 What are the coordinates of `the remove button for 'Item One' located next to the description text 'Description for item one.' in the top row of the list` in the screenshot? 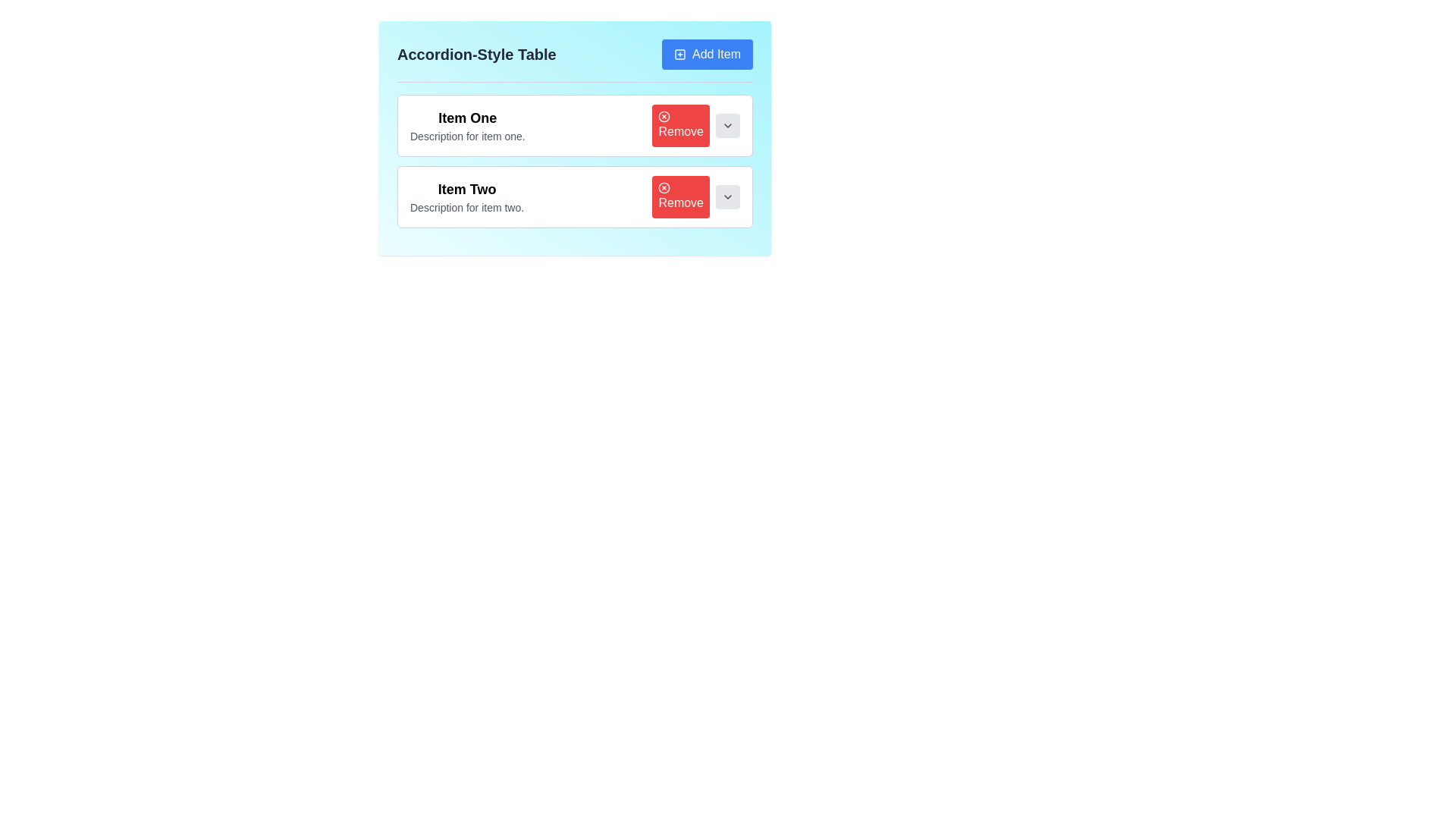 It's located at (695, 124).